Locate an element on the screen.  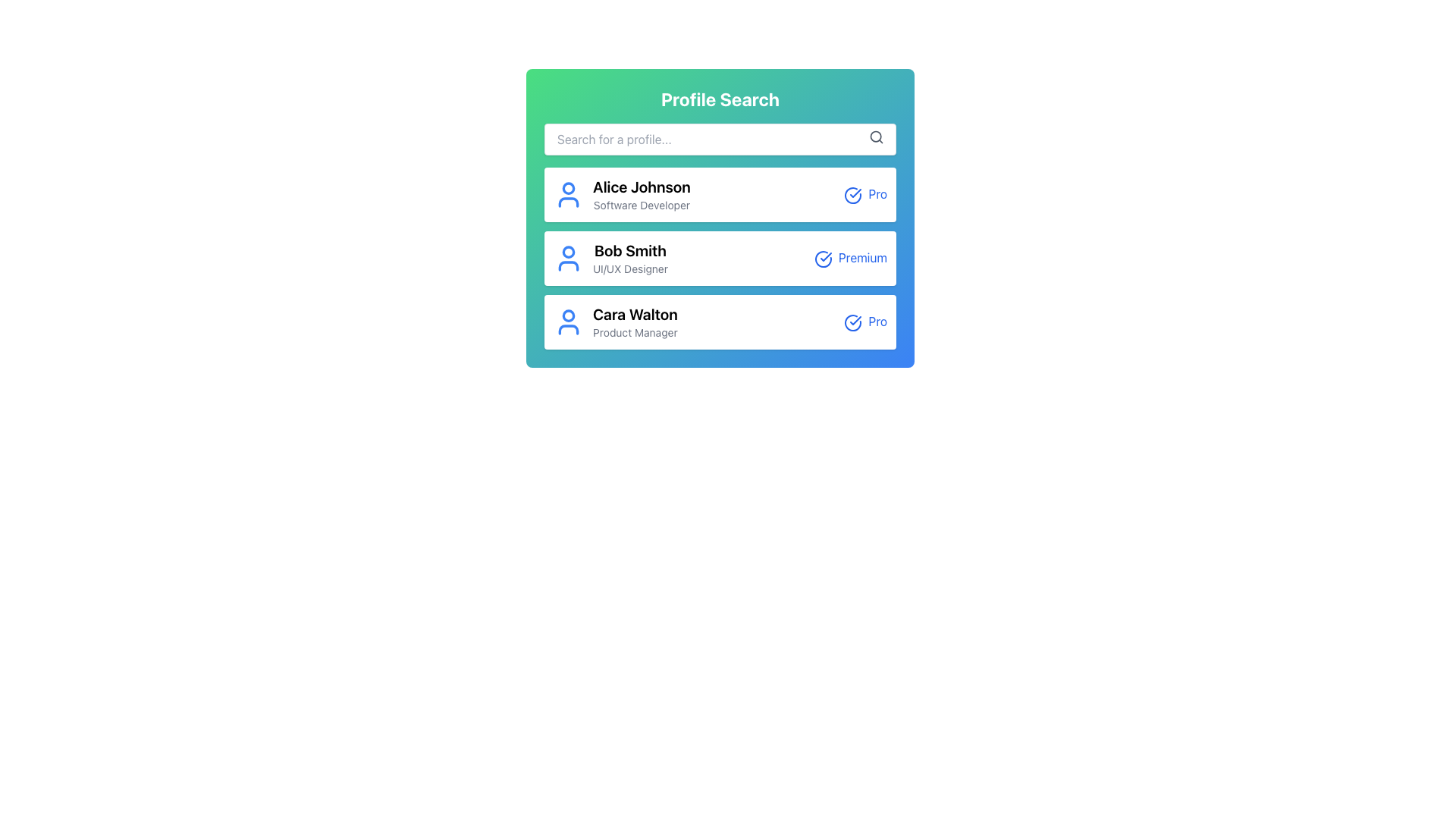
the text display element that shows 'Bob Smith' and 'UI/UX Designer' in a profile card, located in the middle position among three similar cards is located at coordinates (630, 257).